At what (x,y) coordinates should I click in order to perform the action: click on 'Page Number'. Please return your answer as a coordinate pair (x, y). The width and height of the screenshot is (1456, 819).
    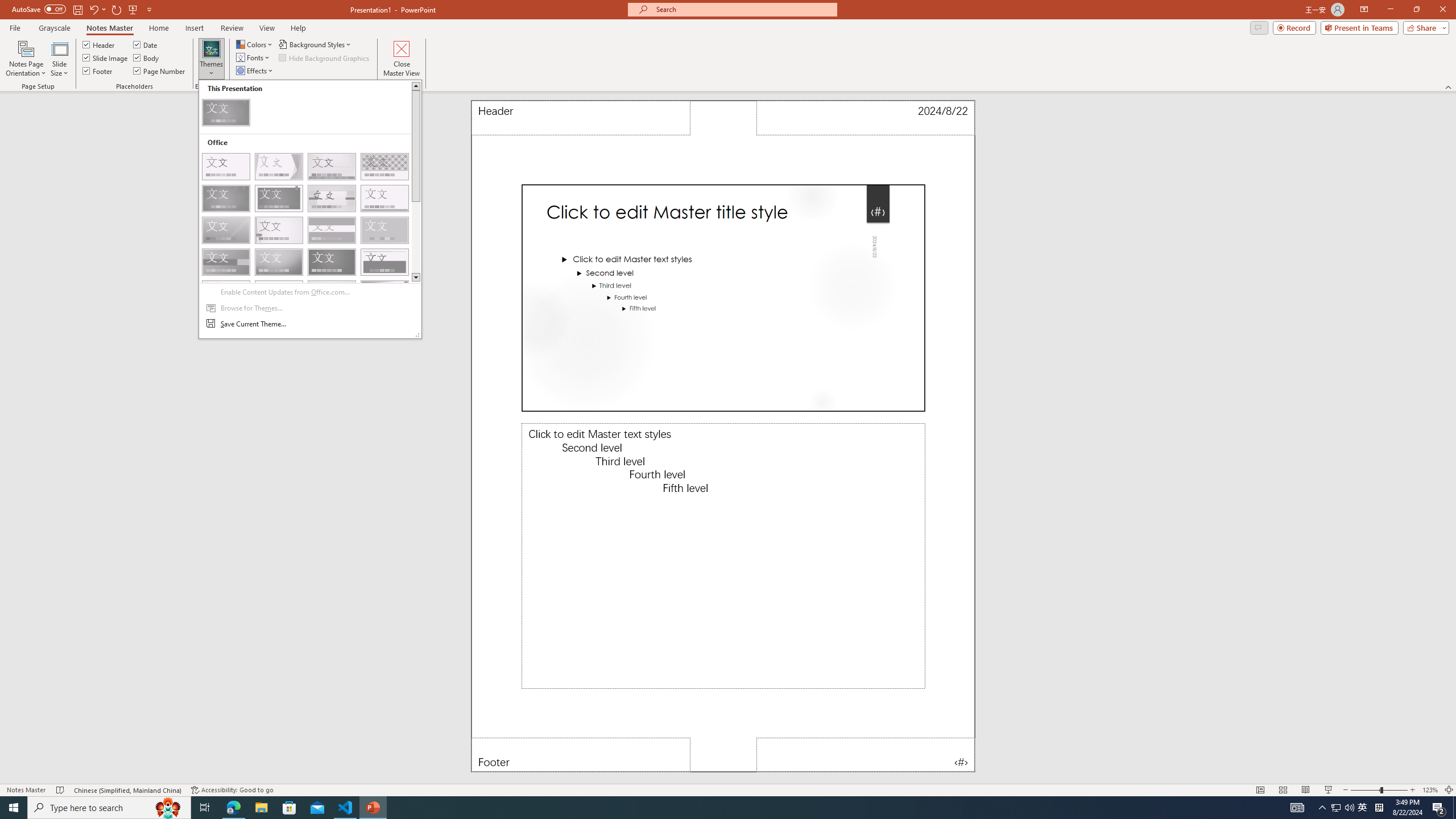
    Looking at the image, I should click on (160, 69).